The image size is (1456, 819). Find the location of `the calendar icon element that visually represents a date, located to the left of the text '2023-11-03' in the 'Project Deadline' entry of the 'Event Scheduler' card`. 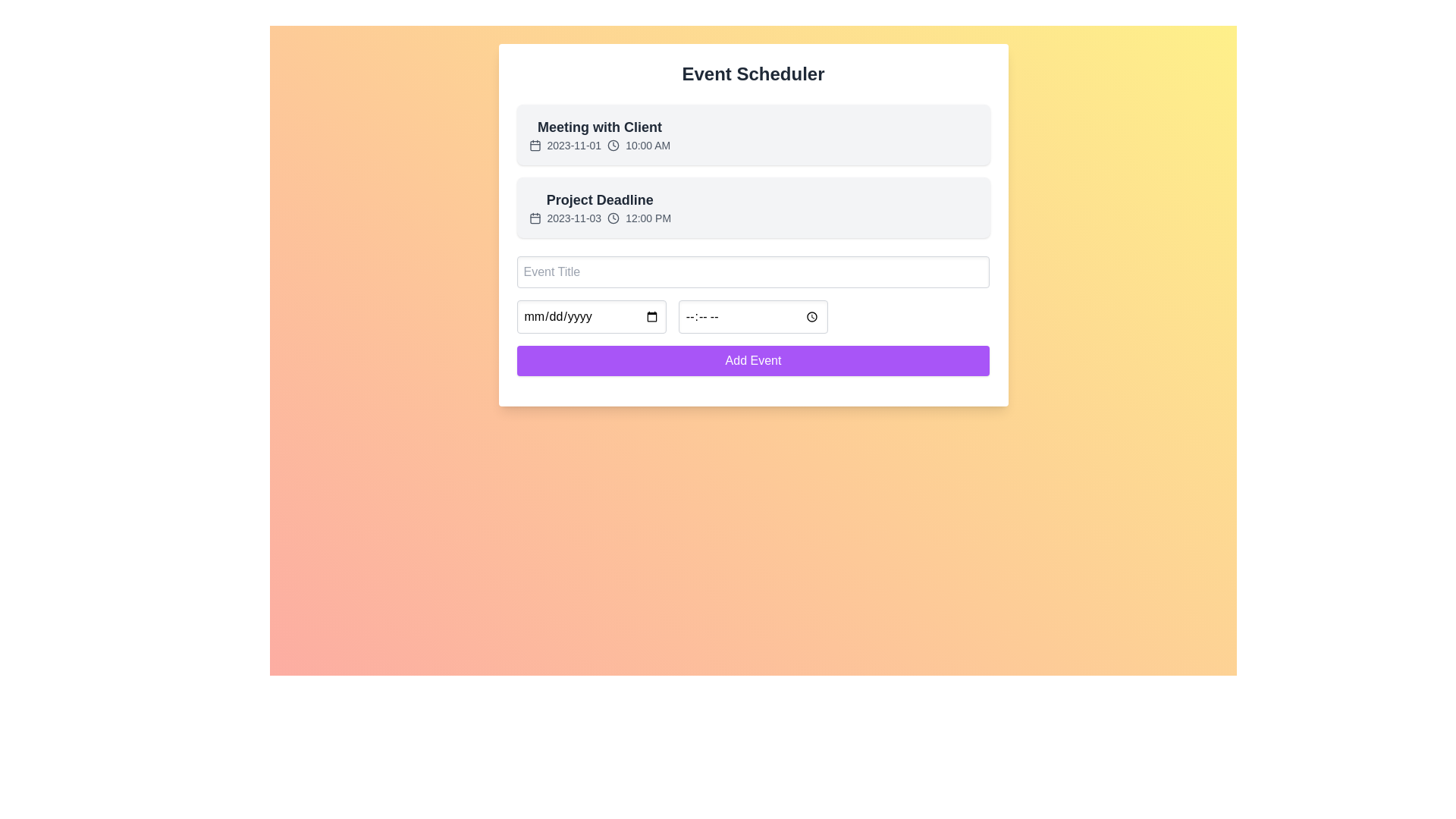

the calendar icon element that visually represents a date, located to the left of the text '2023-11-03' in the 'Project Deadline' entry of the 'Event Scheduler' card is located at coordinates (535, 218).